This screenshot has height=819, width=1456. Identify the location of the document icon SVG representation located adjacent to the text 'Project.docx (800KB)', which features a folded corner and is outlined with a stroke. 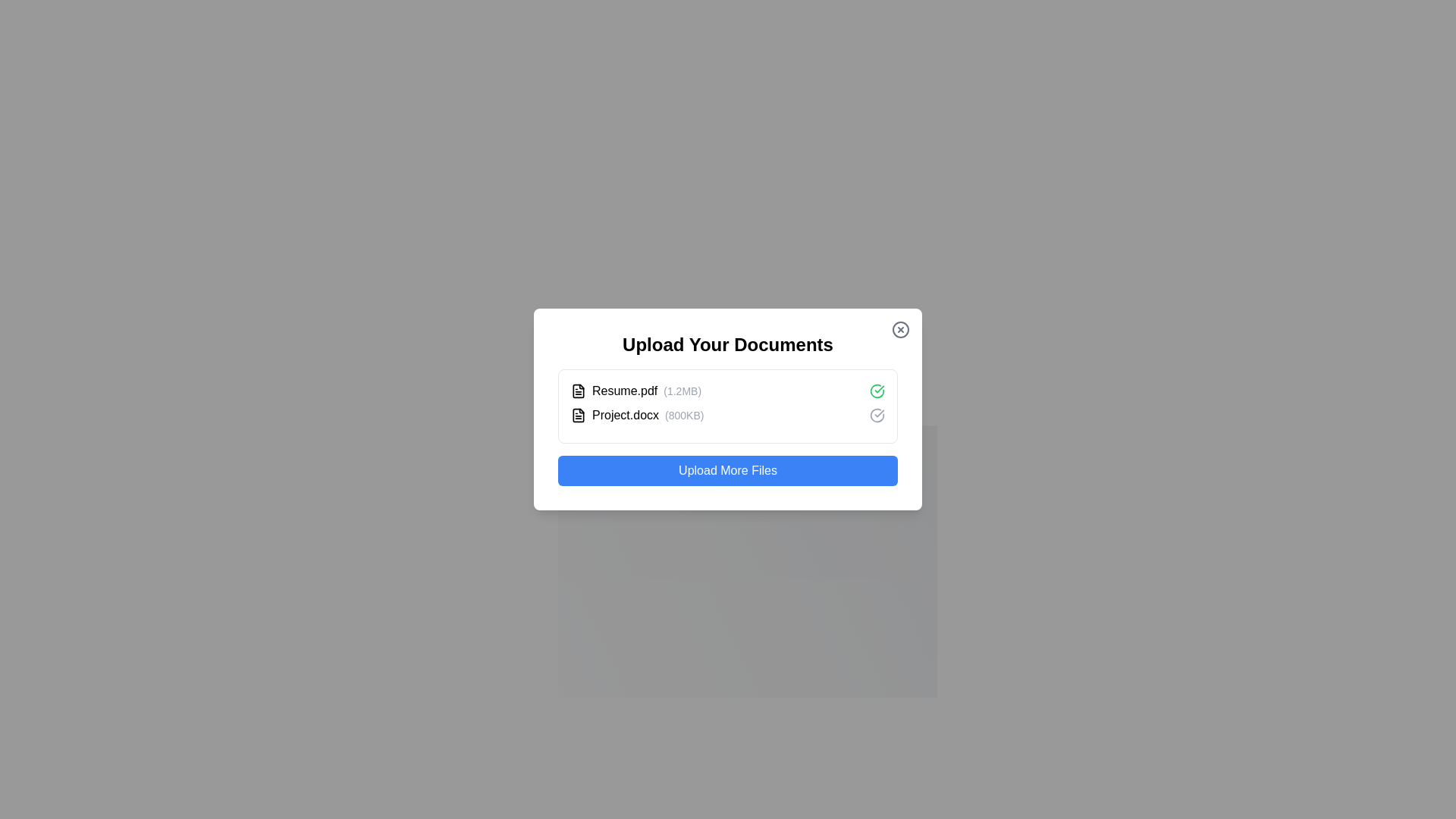
(578, 415).